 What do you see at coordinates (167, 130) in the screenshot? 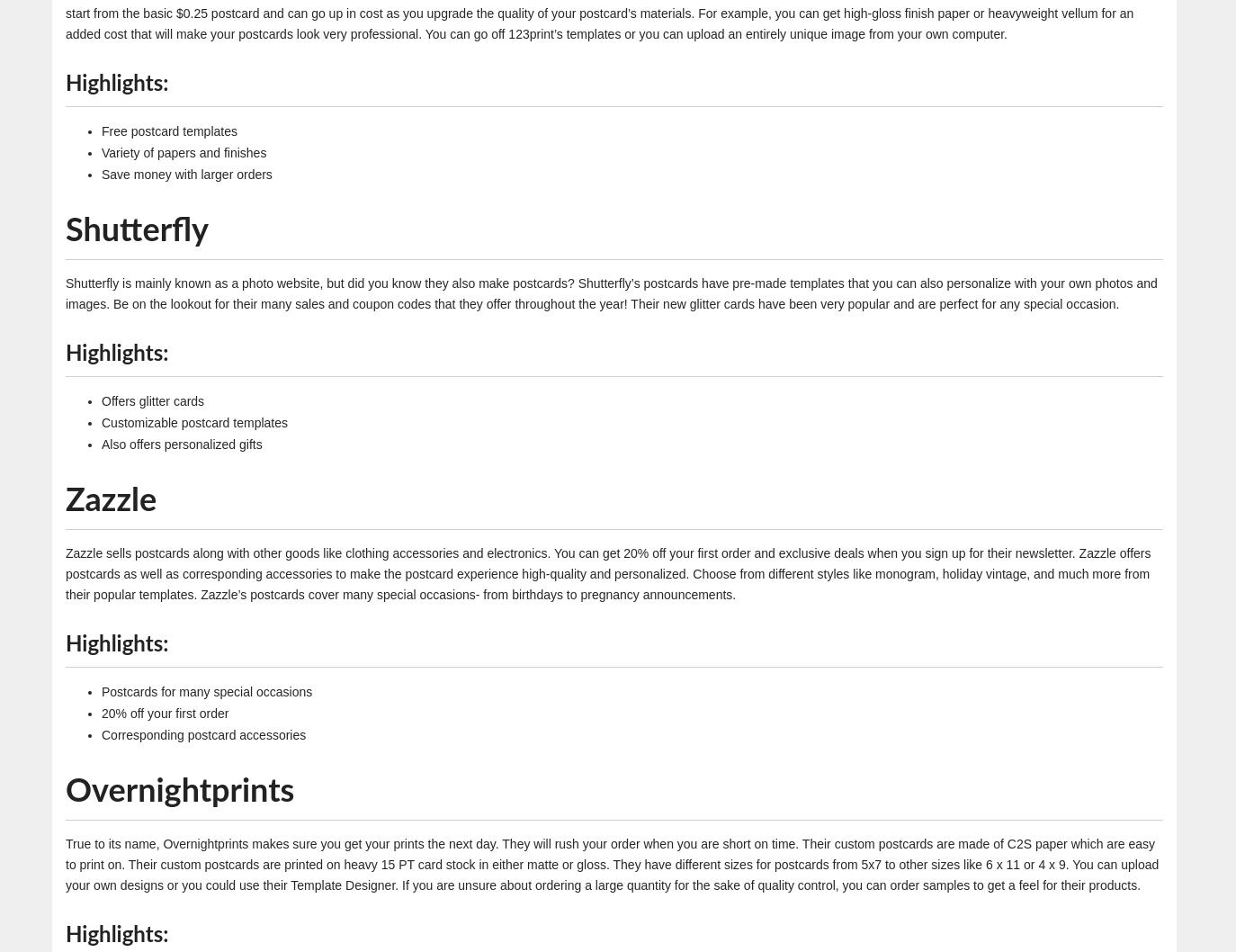
I see `'Free postcard templates'` at bounding box center [167, 130].